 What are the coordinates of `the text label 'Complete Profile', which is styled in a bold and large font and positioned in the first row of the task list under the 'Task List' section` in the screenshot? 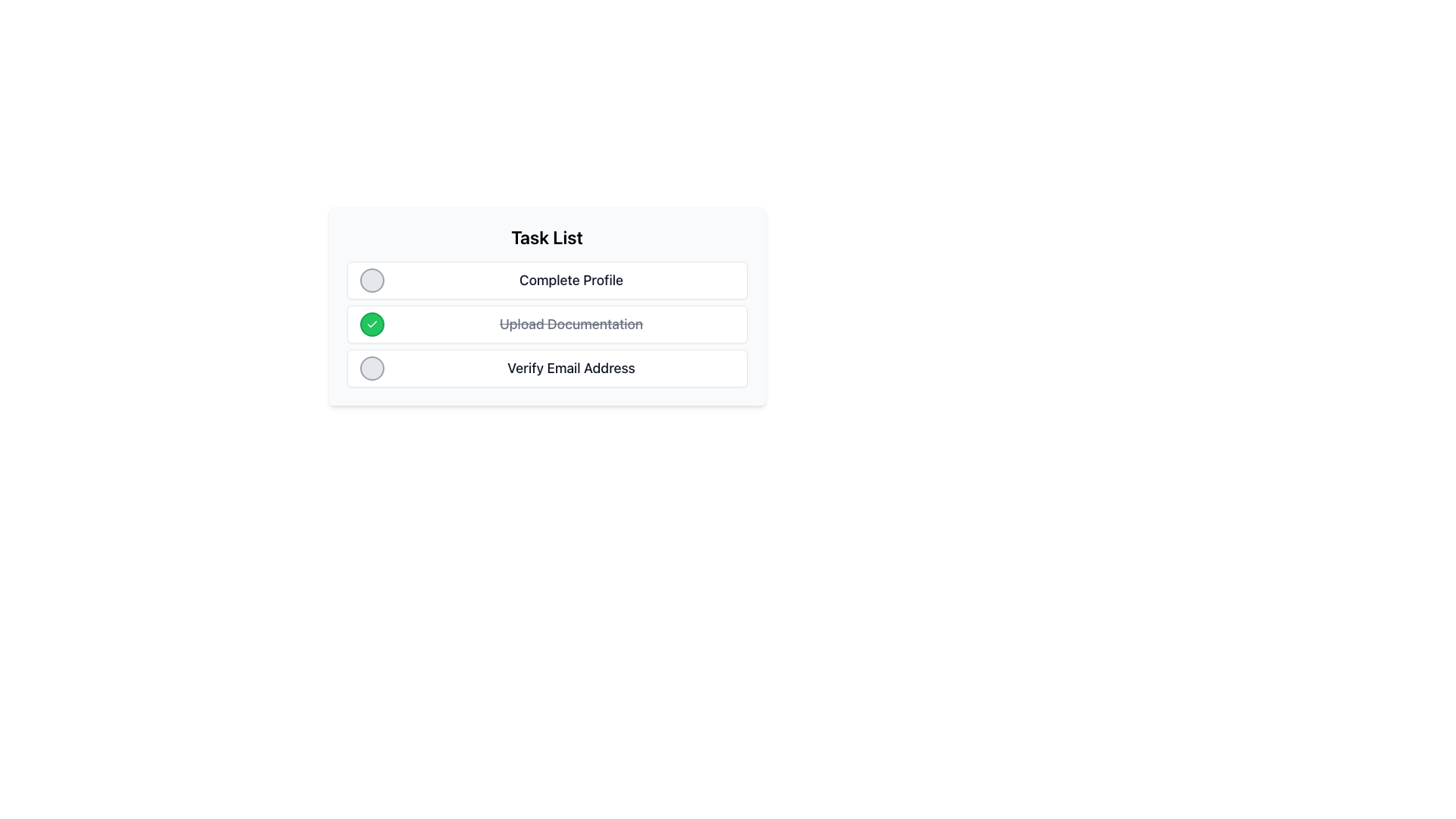 It's located at (570, 281).